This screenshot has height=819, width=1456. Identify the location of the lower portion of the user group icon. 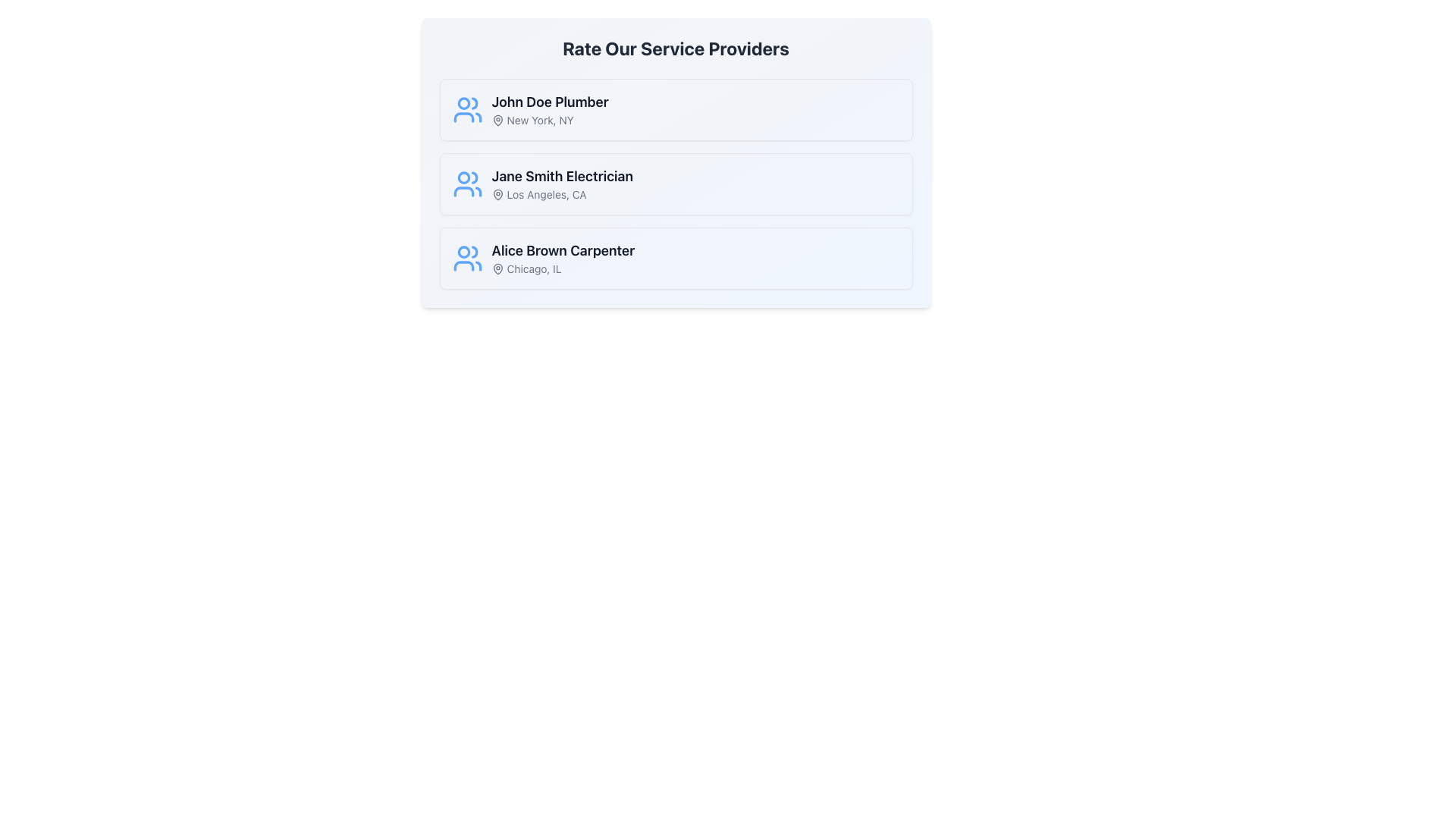
(463, 265).